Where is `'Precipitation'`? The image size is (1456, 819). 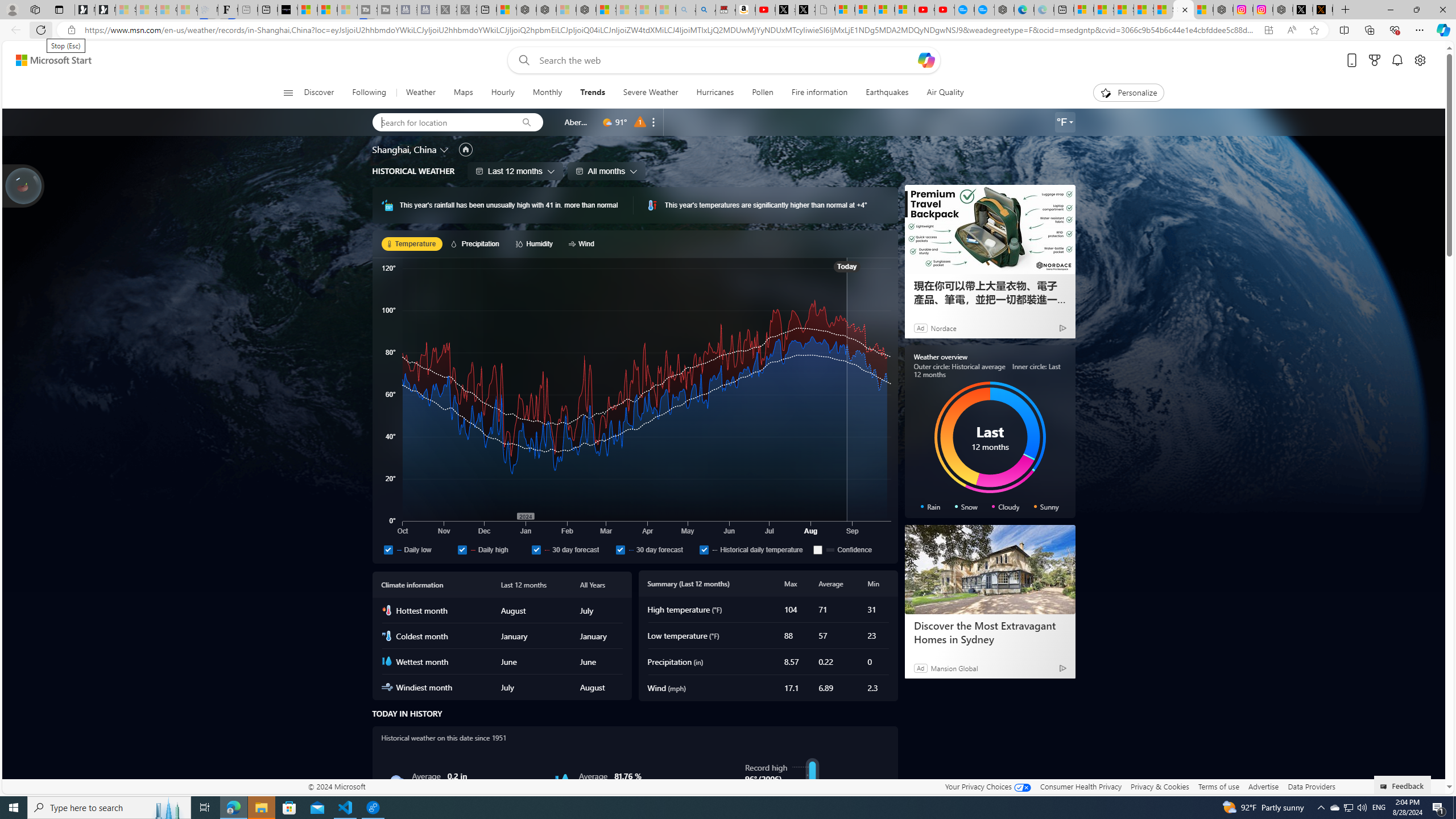
'Precipitation' is located at coordinates (476, 243).